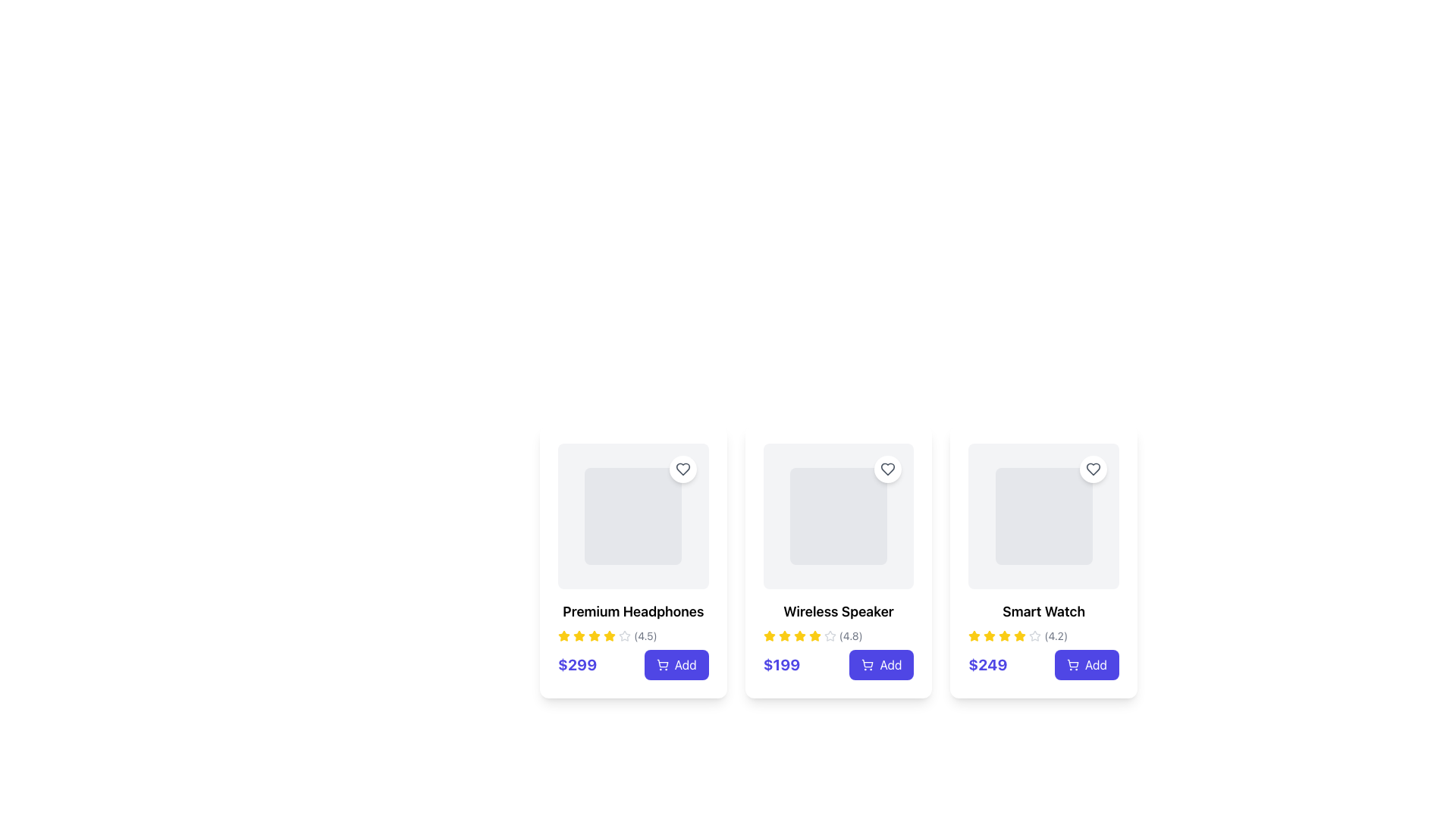 This screenshot has width=1456, height=819. I want to click on price displayed in the prominent indigo colored label showing '$199', located within the product card for 'Wireless Speaker', positioned below the star rating and aligned to the left, so click(782, 664).